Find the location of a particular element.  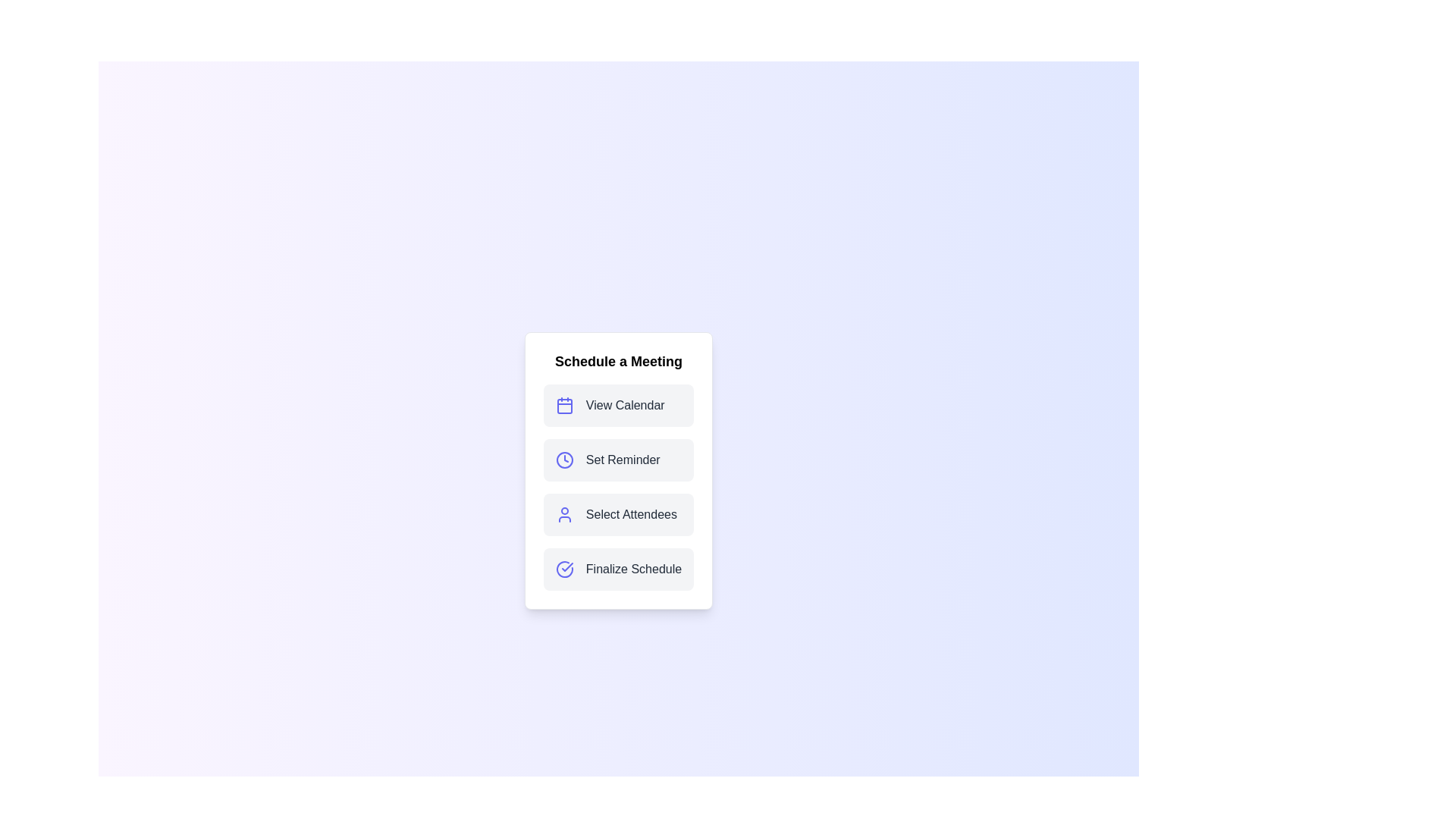

the Set Reminder menu option to trigger its action is located at coordinates (619, 459).